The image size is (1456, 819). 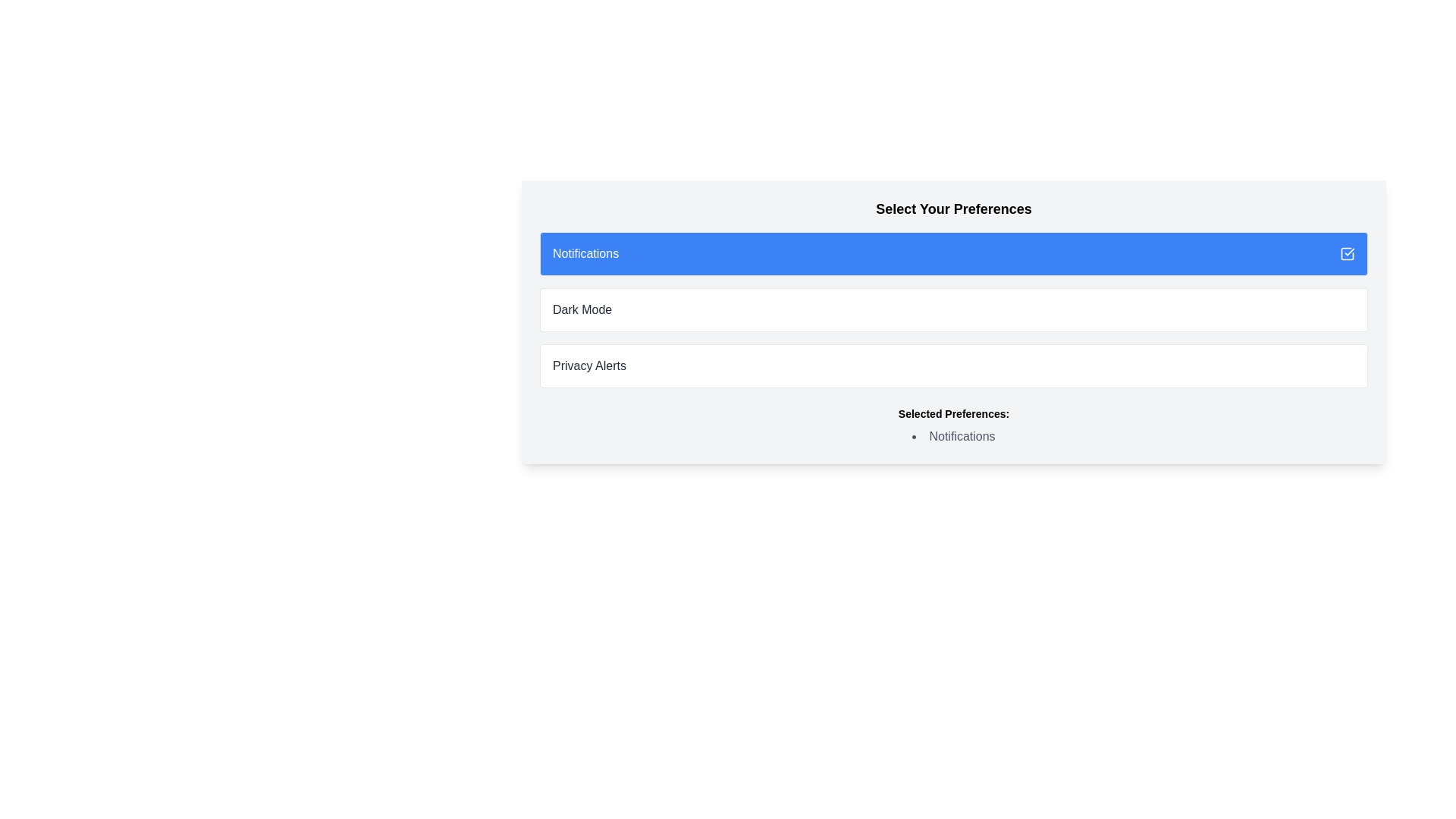 I want to click on the label that denotes a selectable preference option located in the third content block under the 'Select Your Preferences' section, so click(x=588, y=366).